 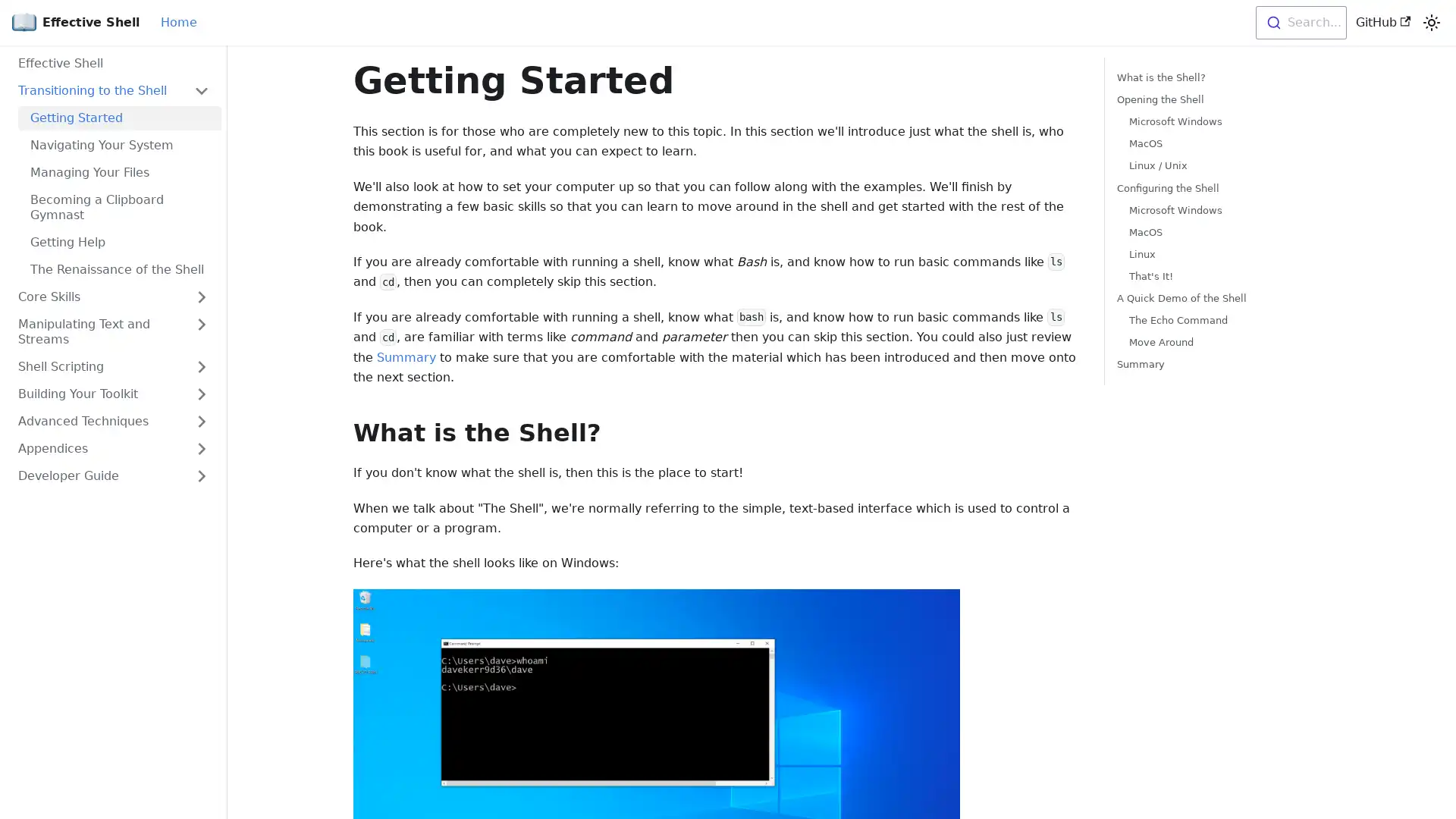 I want to click on Toggle the collapsible sidebar category 'Core Skills', so click(x=200, y=297).